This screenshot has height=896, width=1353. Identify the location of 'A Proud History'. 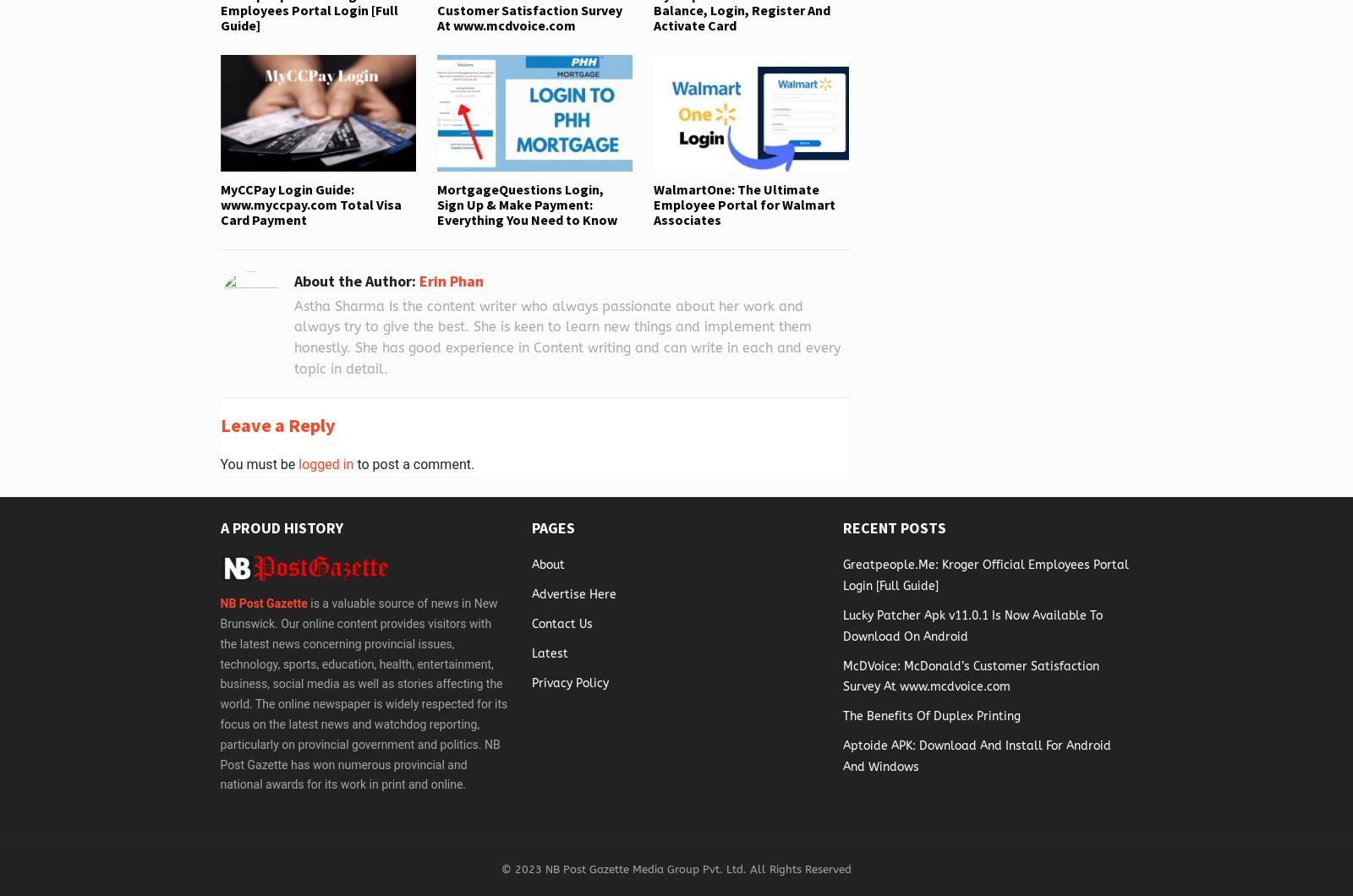
(281, 527).